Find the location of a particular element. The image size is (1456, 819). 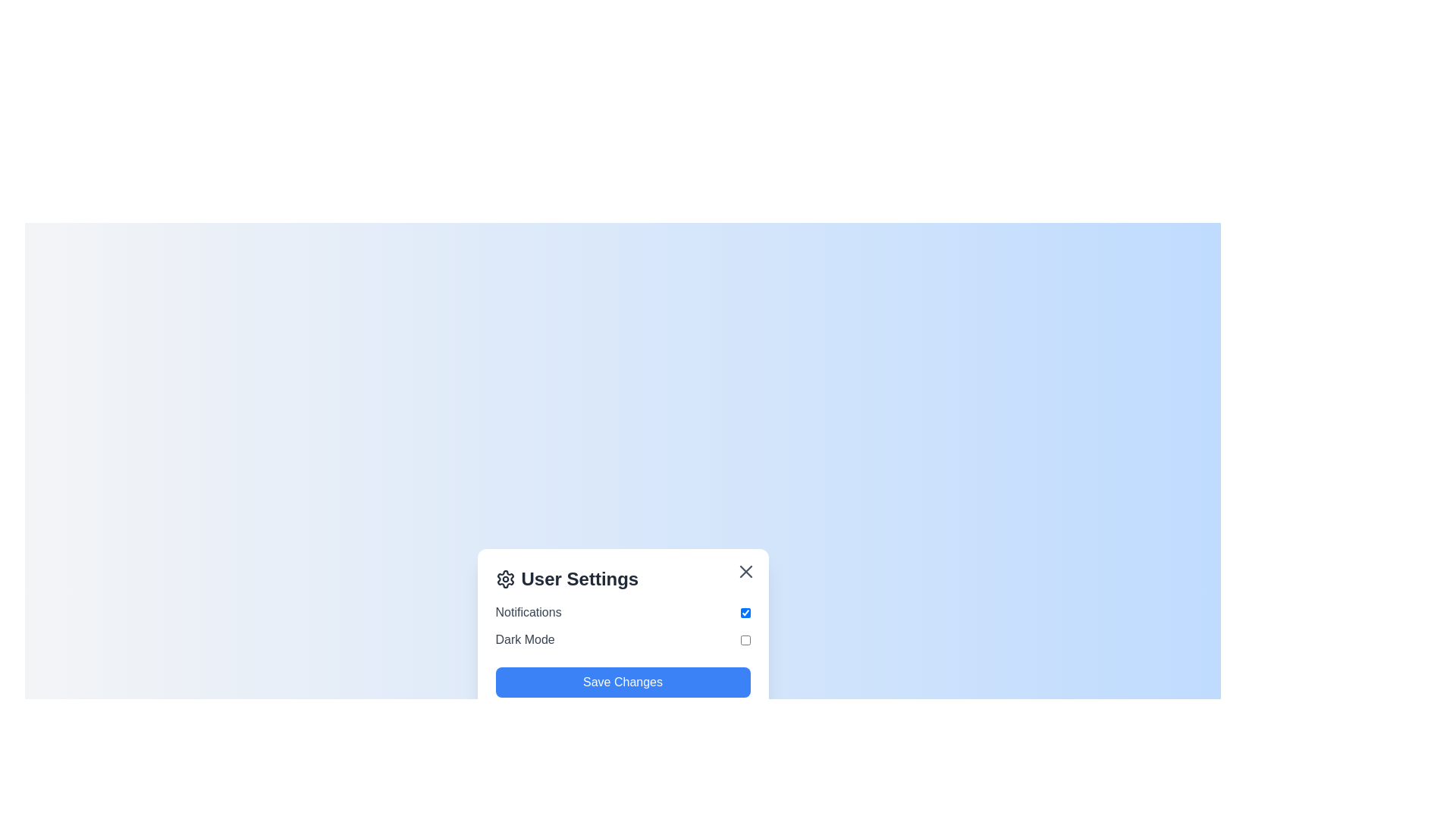

the dark mode toggle to change its state is located at coordinates (745, 640).